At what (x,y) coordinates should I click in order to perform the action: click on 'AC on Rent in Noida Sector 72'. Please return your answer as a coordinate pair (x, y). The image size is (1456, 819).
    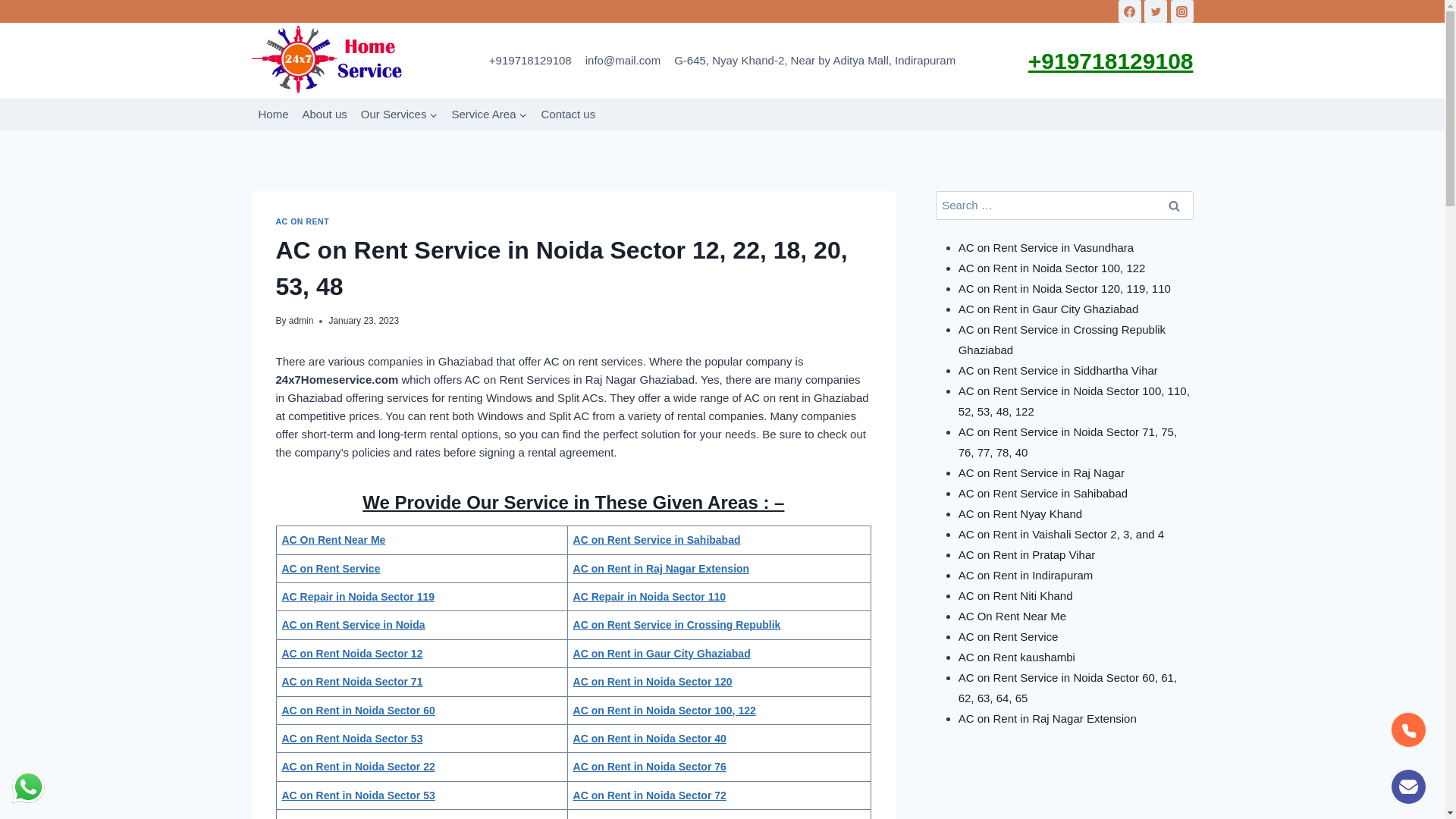
    Looking at the image, I should click on (650, 795).